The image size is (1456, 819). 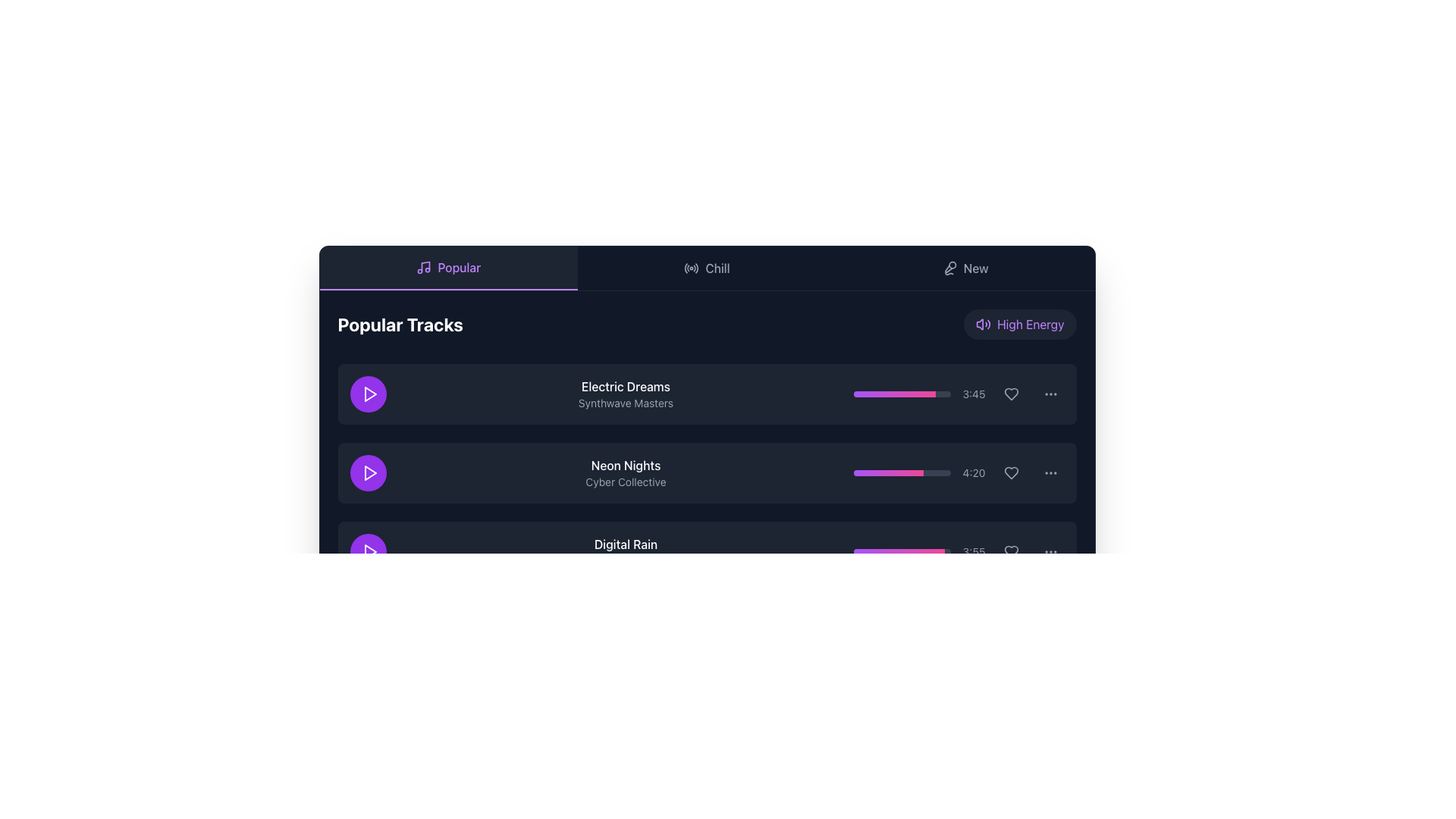 I want to click on the options menu activator button located to the far right of the row for the 'Neon Nights' track, so click(x=1050, y=472).